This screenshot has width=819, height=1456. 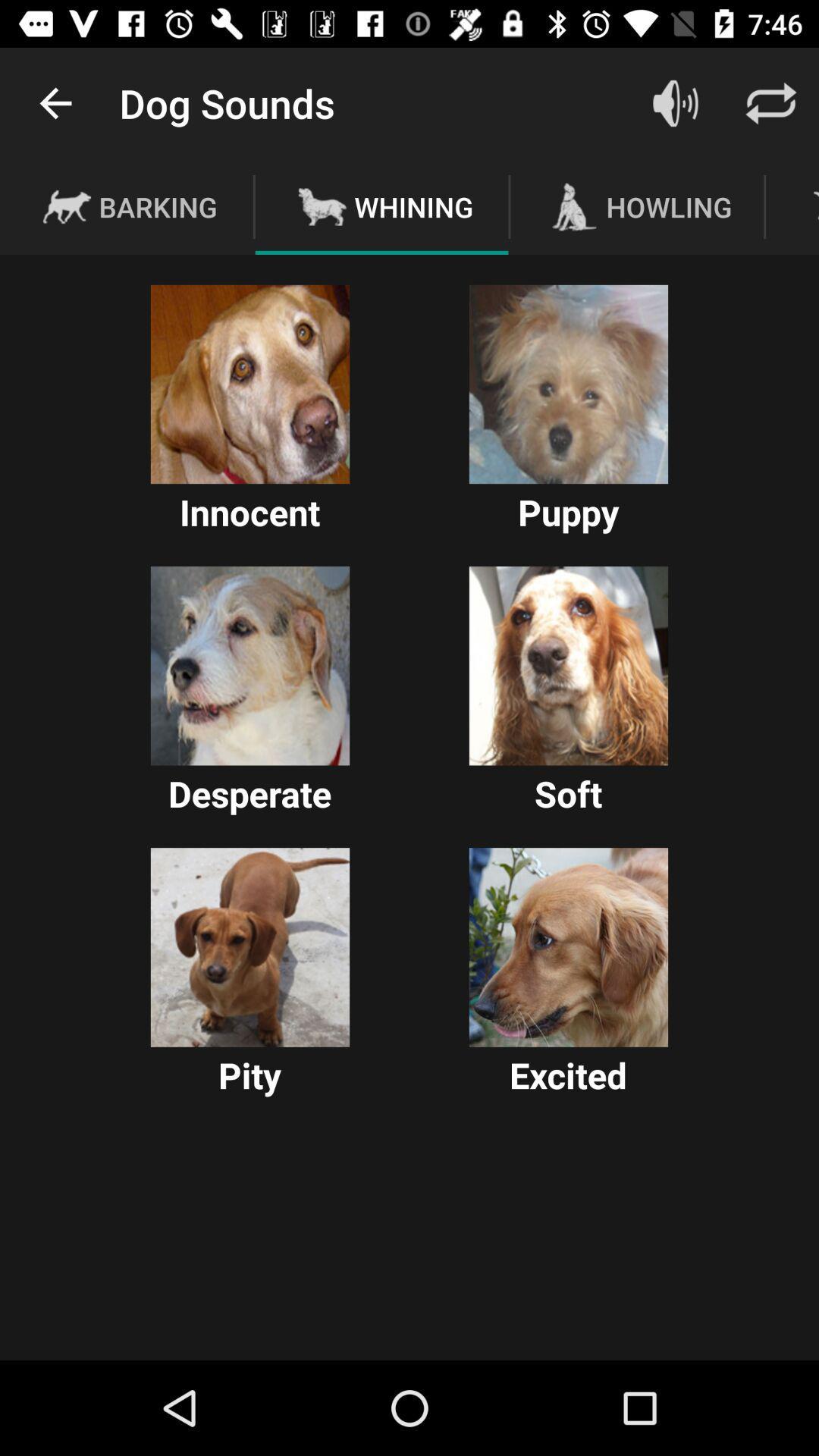 What do you see at coordinates (249, 384) in the screenshot?
I see `innocent` at bounding box center [249, 384].